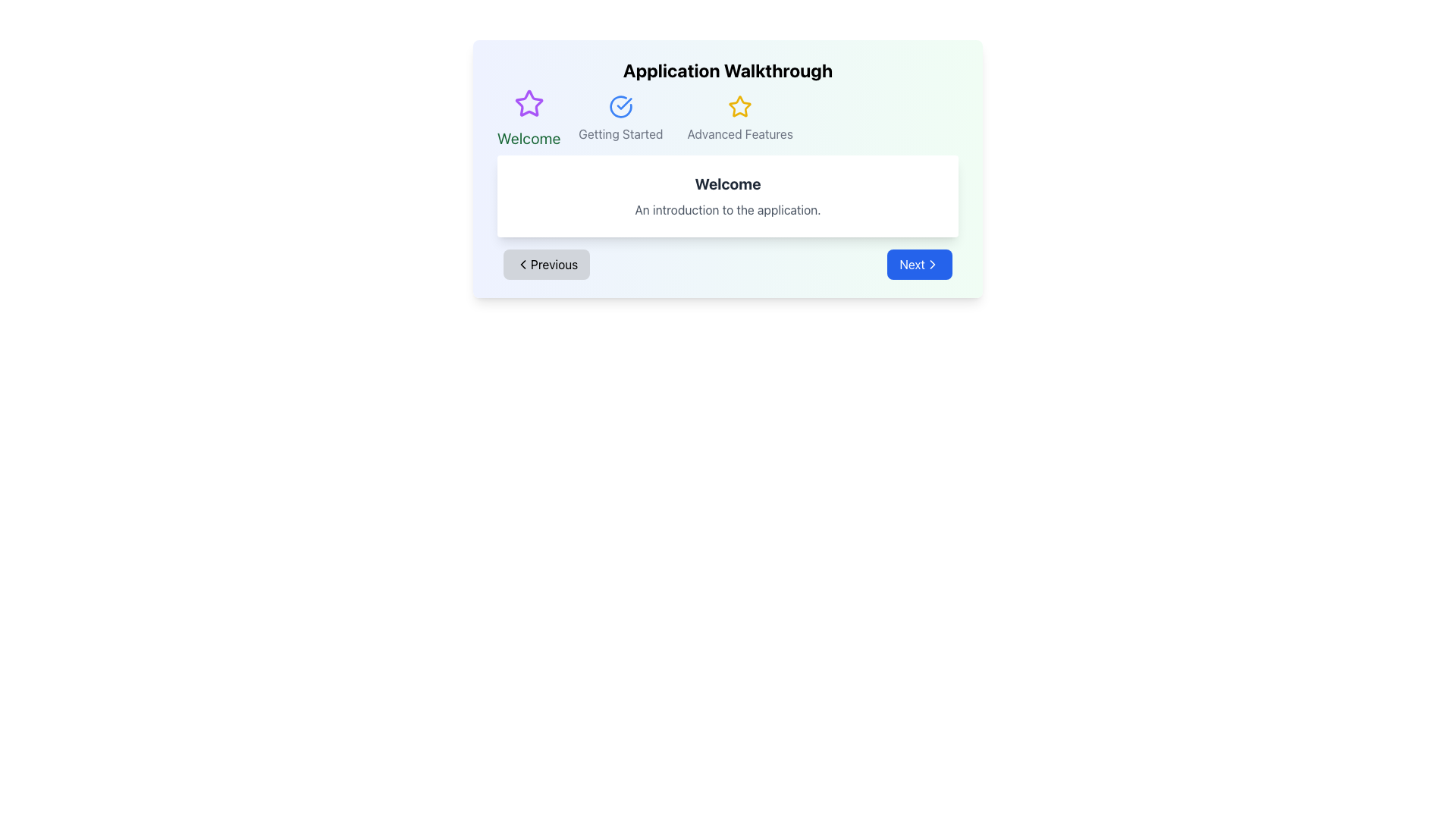 This screenshot has width=1456, height=819. I want to click on the 'Advanced Features' element, which is the third item in a horizontal group, so click(740, 118).